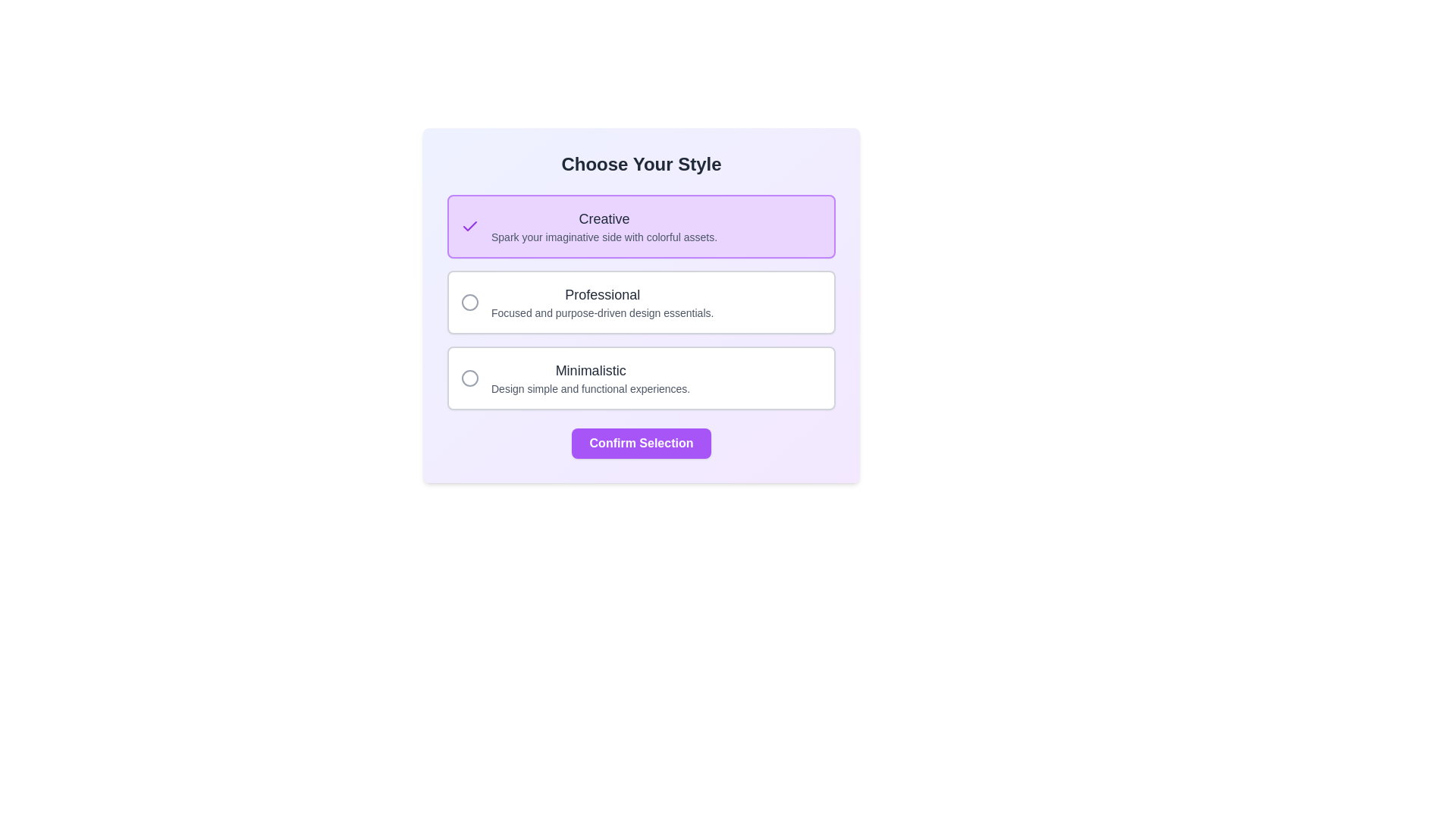 Image resolution: width=1456 pixels, height=819 pixels. I want to click on text displayed in the text label that says 'Spark your imaginative side with colorful assets.', which is located below the larger text 'Creative' in the highlighted 'Creative' option card, so click(603, 237).